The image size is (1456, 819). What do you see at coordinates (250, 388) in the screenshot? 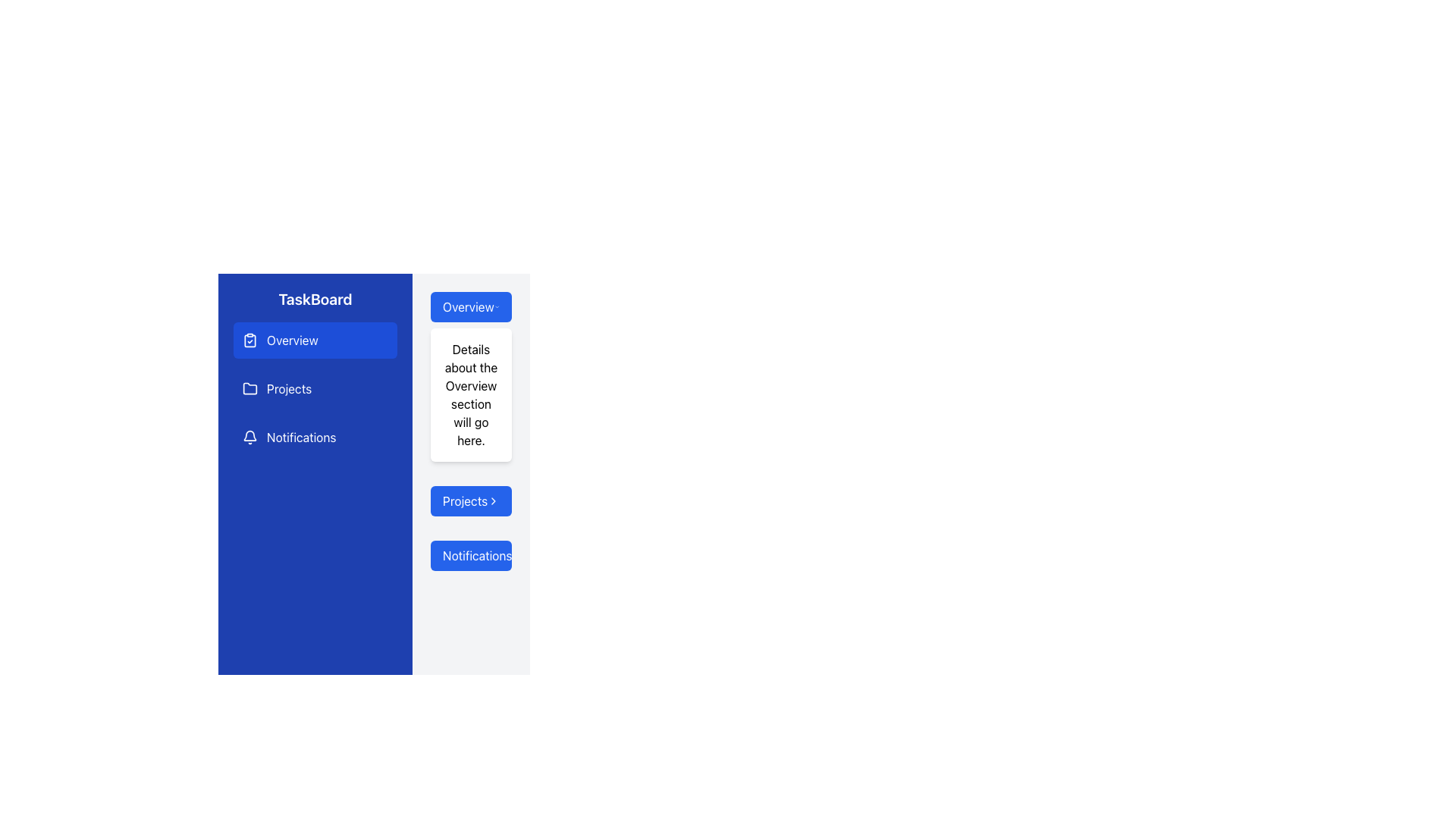
I see `the stylized blue folder icon located next to the 'Projects' label in the left navigation panel` at bounding box center [250, 388].